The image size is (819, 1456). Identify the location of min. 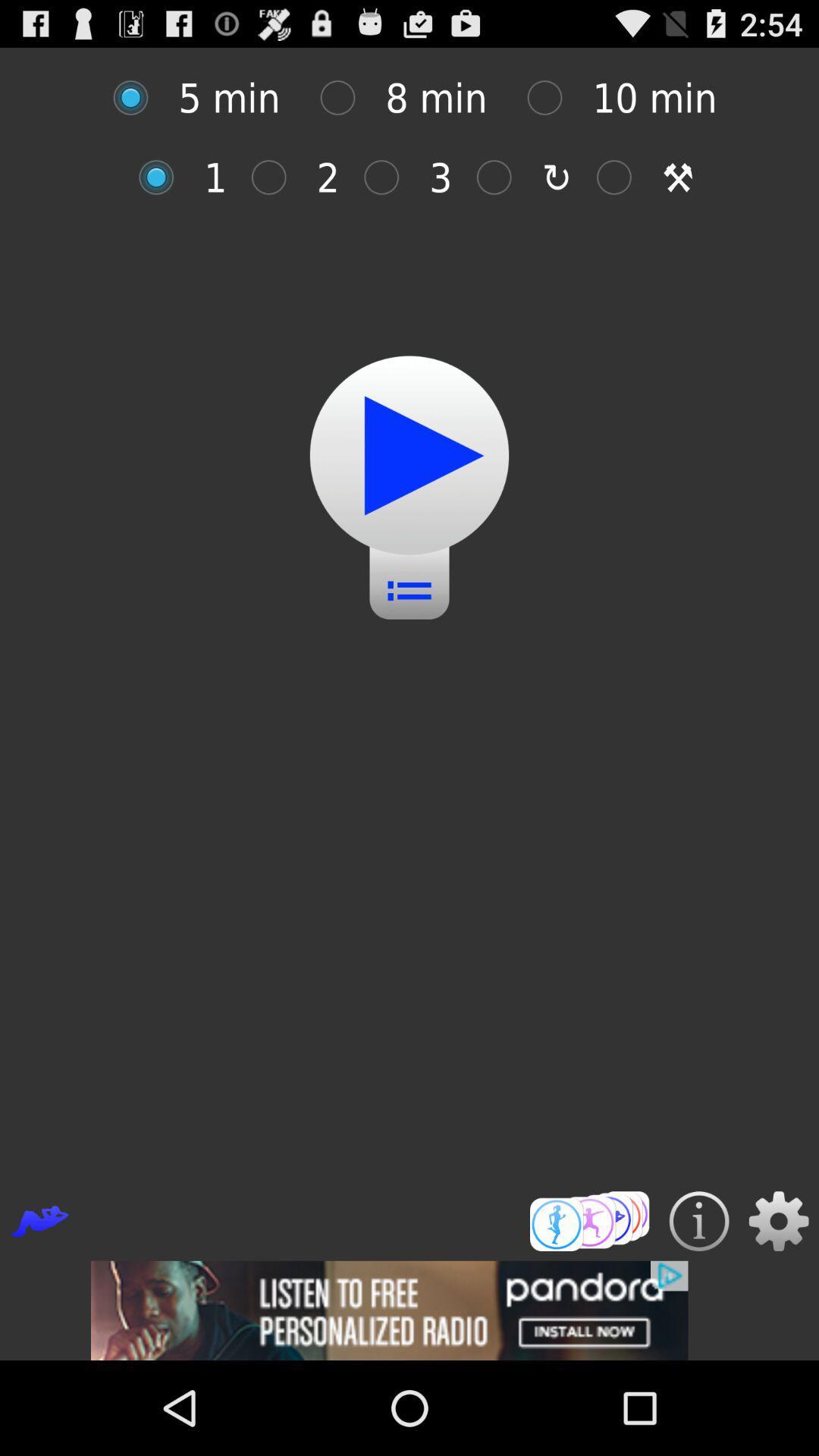
(502, 177).